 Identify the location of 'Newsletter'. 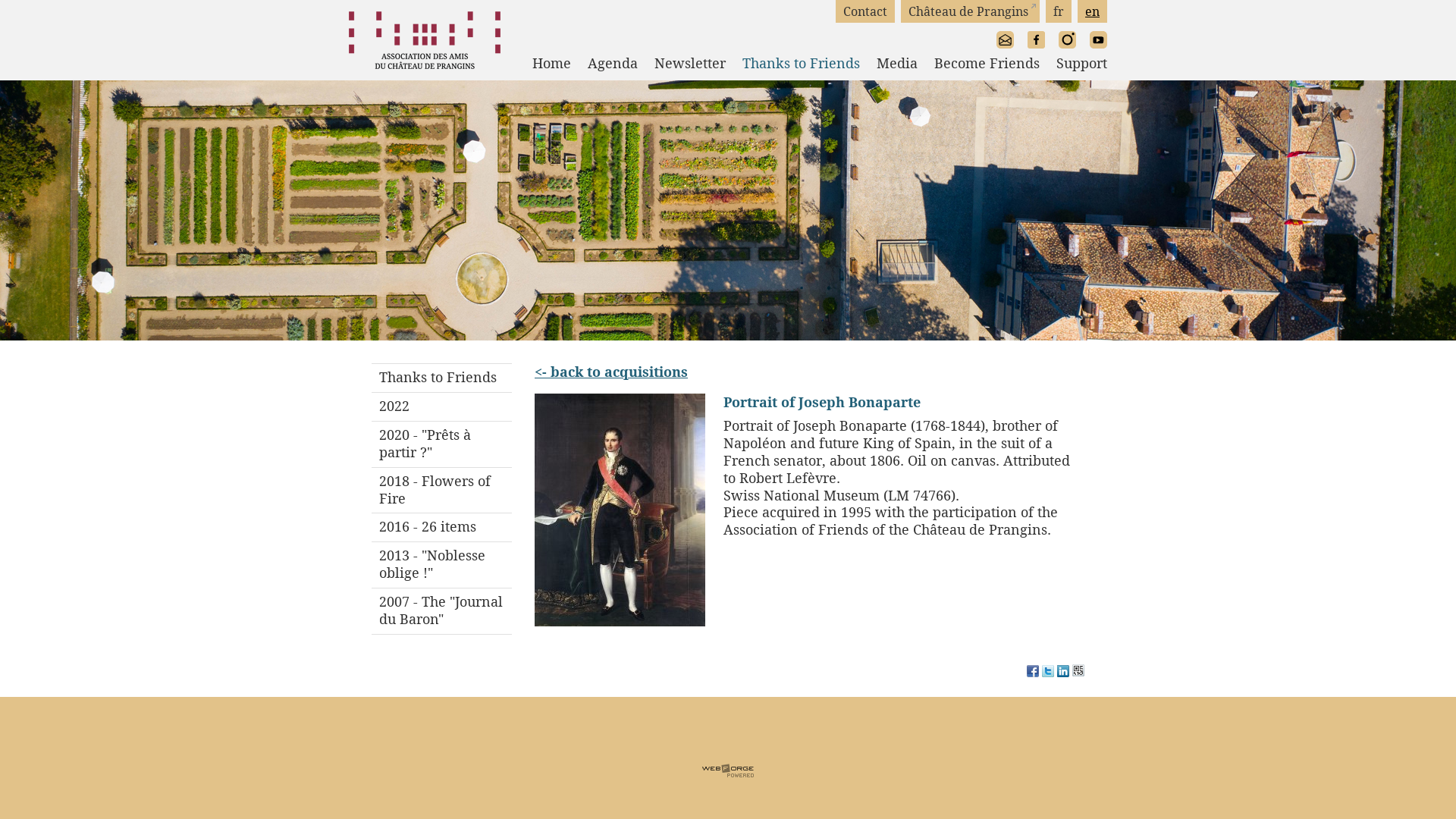
(637, 63).